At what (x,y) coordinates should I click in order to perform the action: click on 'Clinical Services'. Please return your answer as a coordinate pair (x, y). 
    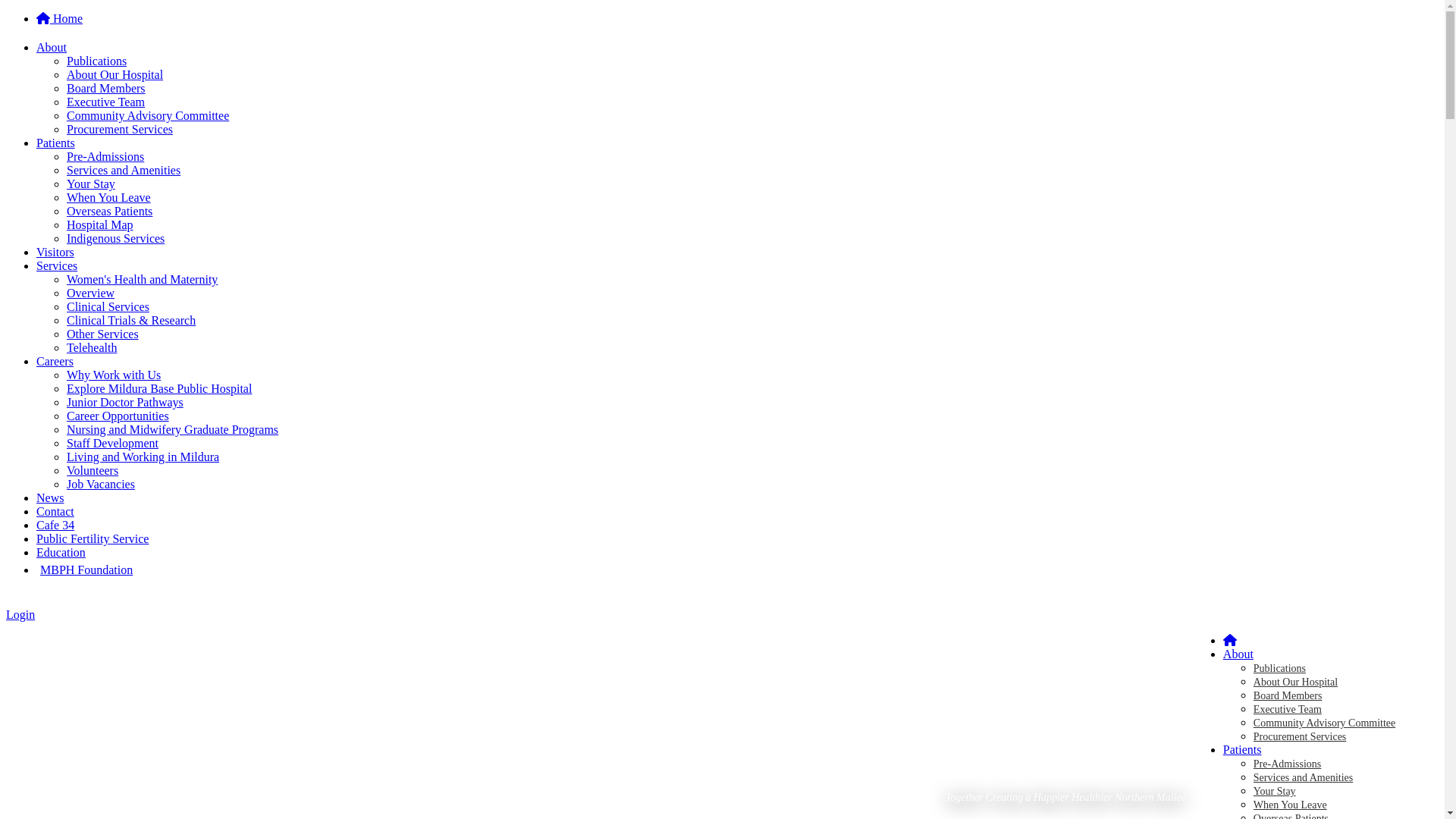
    Looking at the image, I should click on (107, 306).